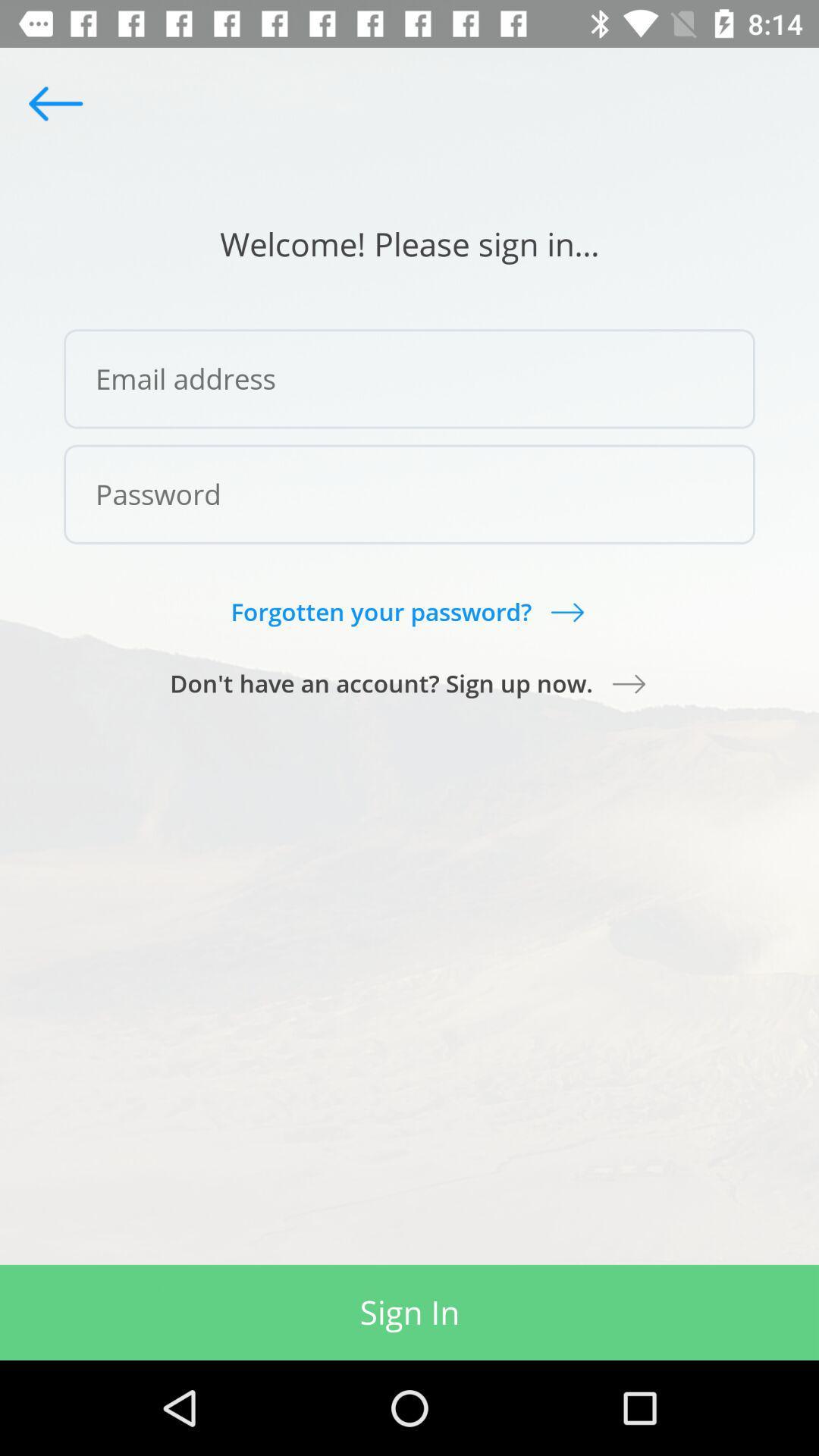  I want to click on password field, so click(409, 494).